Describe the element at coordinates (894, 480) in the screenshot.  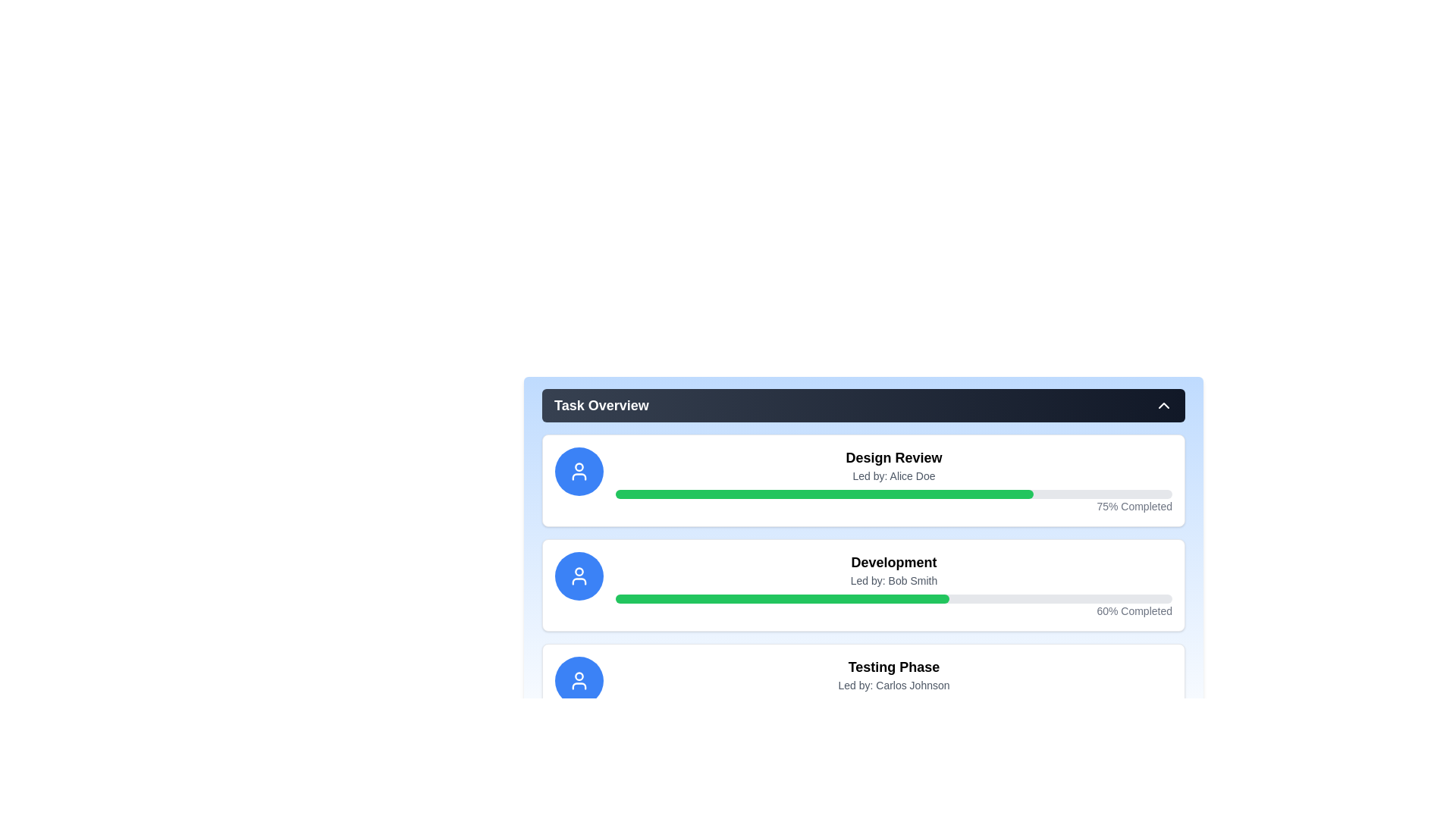
I see `the Task progress component in the 'Design Review' section` at that location.